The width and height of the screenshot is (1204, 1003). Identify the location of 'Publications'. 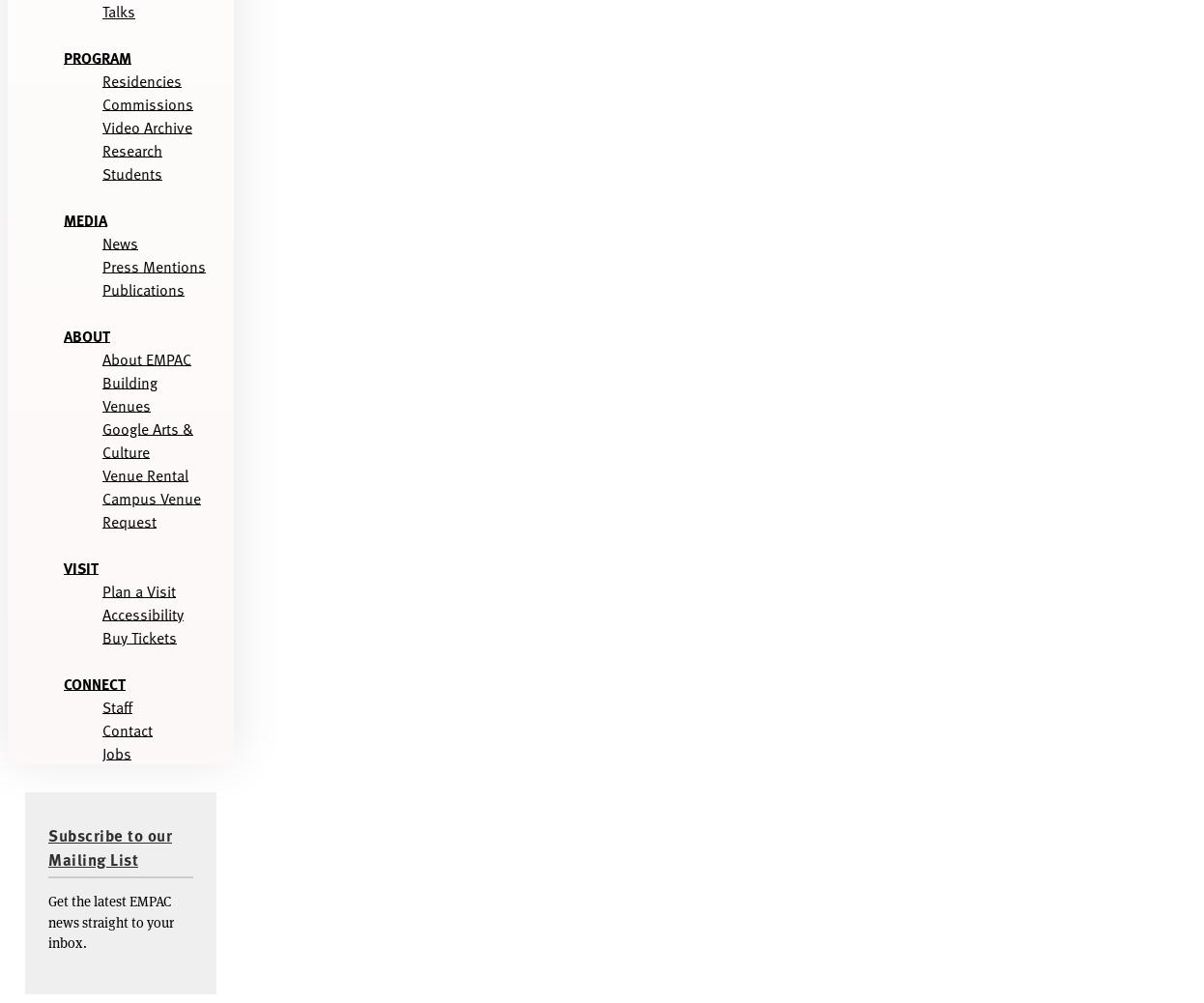
(143, 289).